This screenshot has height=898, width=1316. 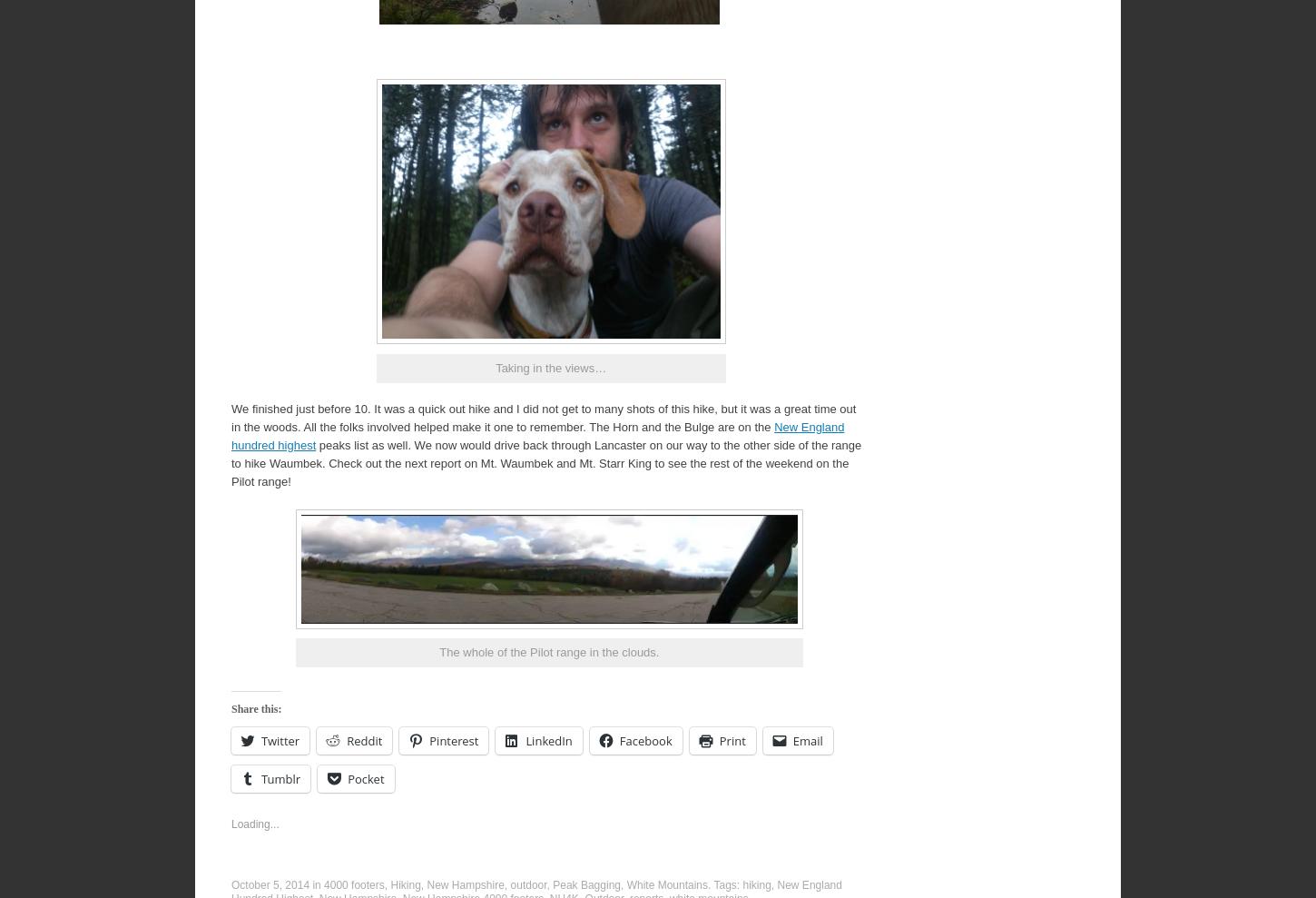 I want to click on 'Tumblr', so click(x=260, y=777).